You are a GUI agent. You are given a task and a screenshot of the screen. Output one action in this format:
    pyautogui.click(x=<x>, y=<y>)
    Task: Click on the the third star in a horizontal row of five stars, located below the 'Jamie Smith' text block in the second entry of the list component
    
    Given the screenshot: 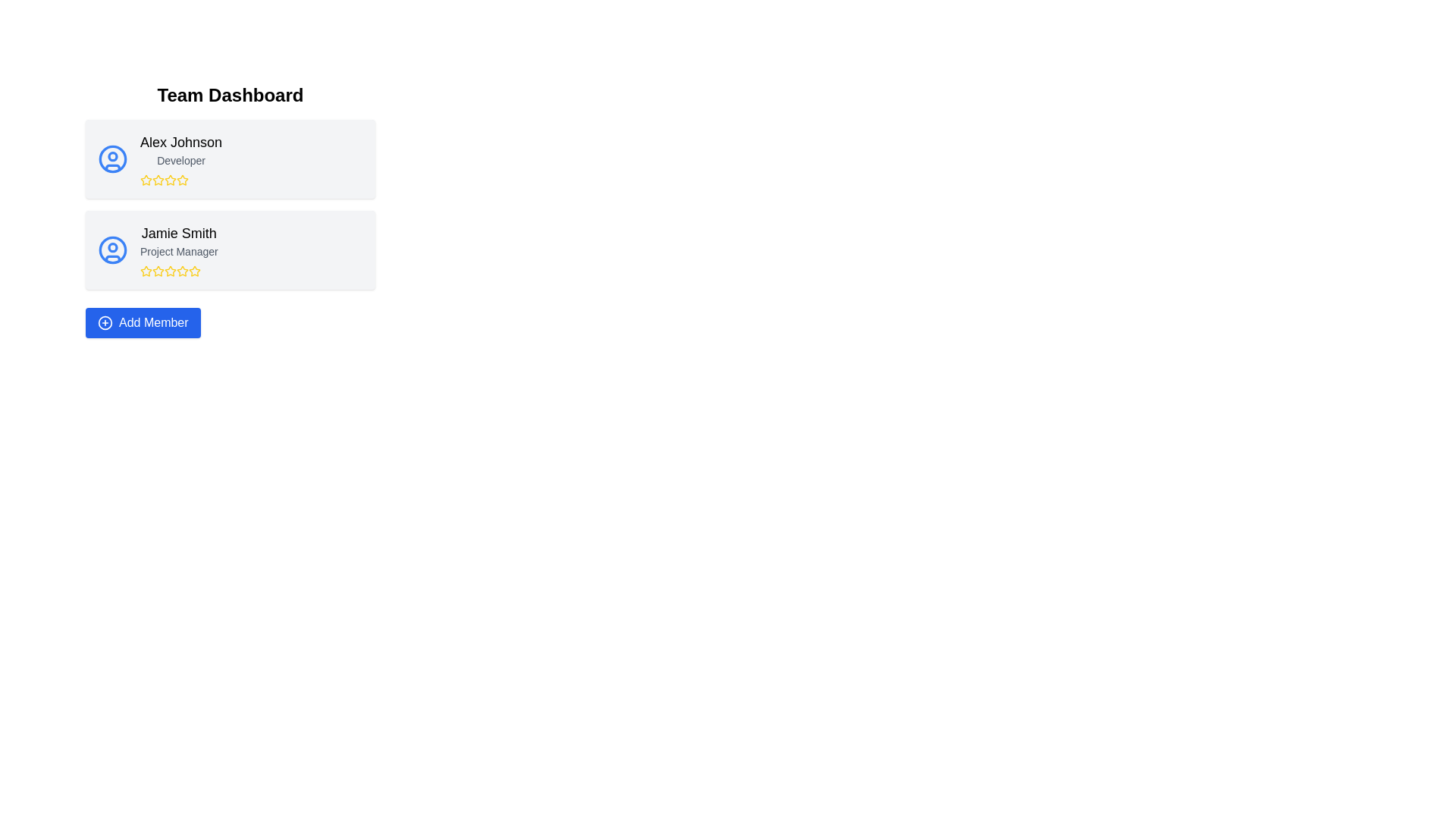 What is the action you would take?
    pyautogui.click(x=158, y=271)
    